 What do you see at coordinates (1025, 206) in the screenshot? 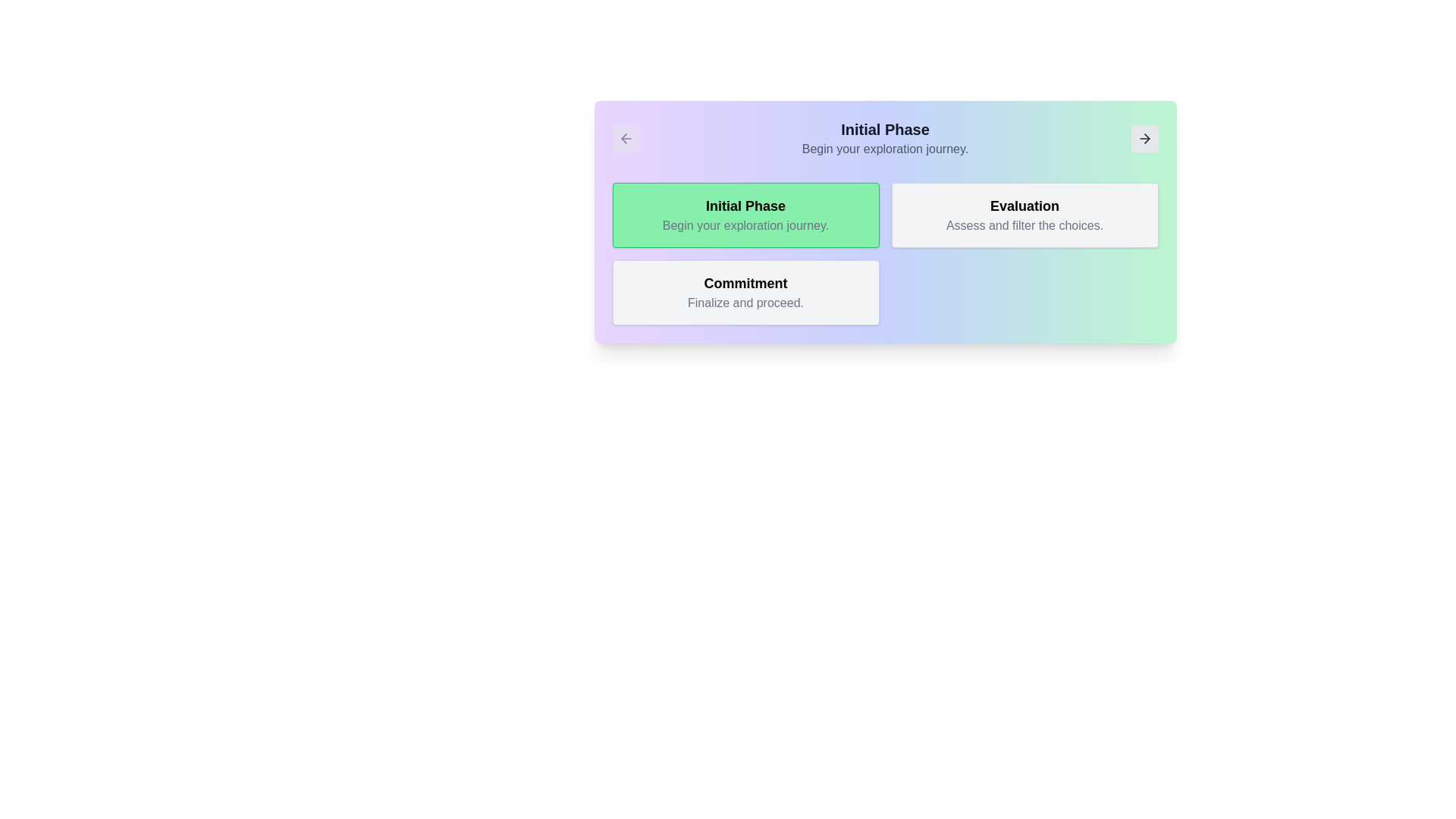
I see `the text label that serves as the title or header for its section, located in the top-center of a light gray box, positioned second from the left among three sections` at bounding box center [1025, 206].